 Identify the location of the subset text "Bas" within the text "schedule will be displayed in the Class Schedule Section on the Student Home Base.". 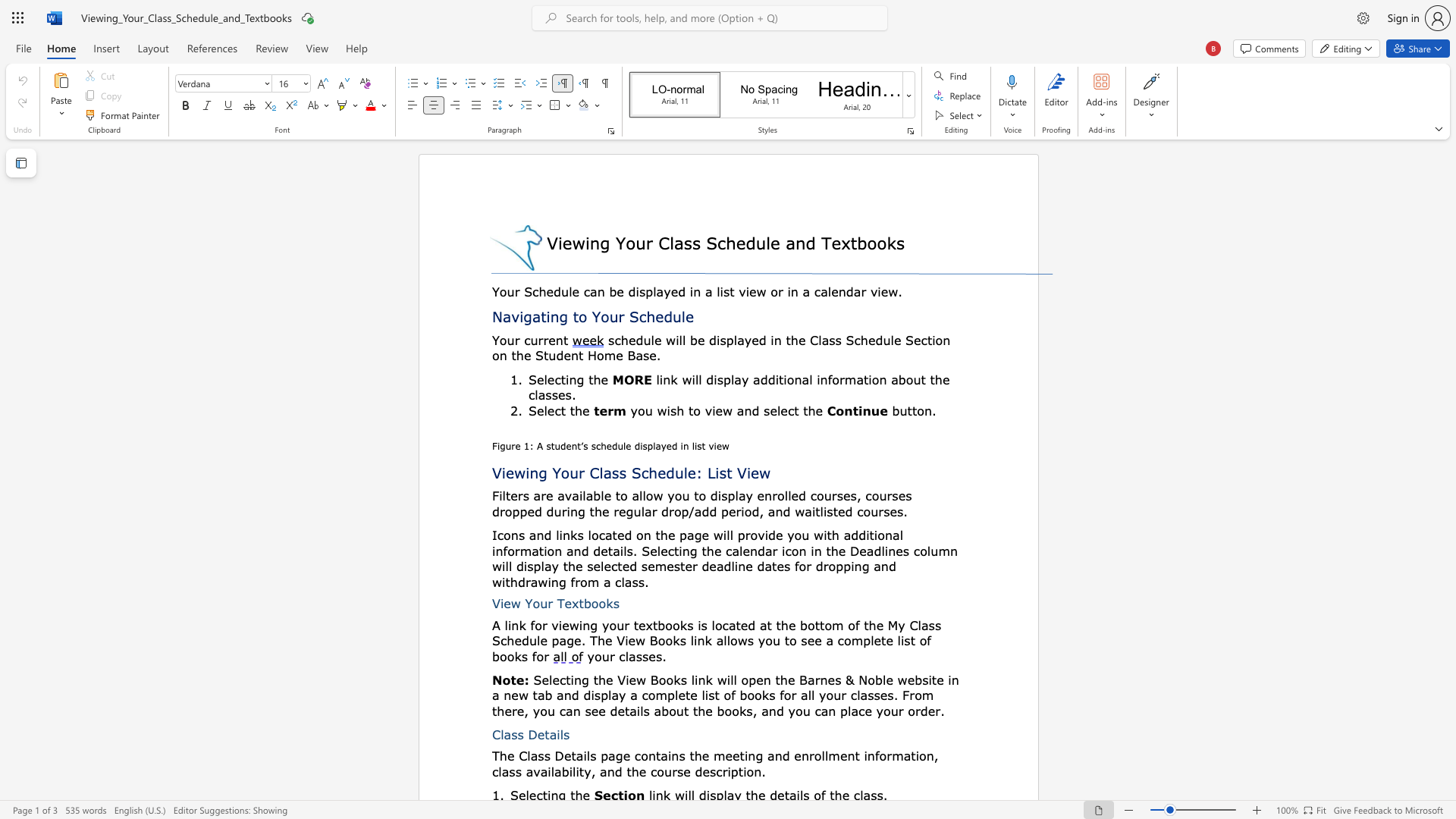
(627, 355).